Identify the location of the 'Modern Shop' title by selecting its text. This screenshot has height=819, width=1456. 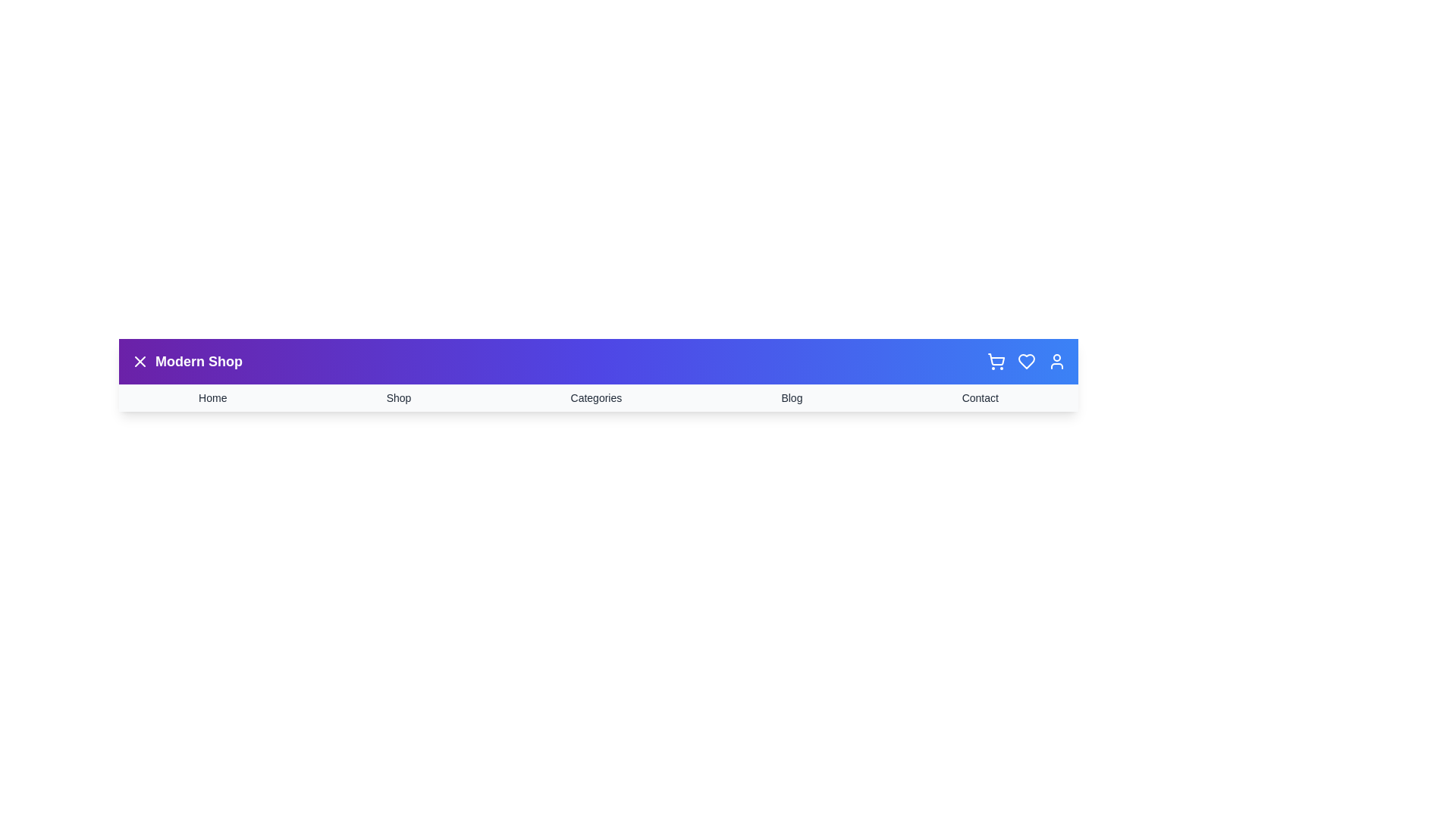
(186, 362).